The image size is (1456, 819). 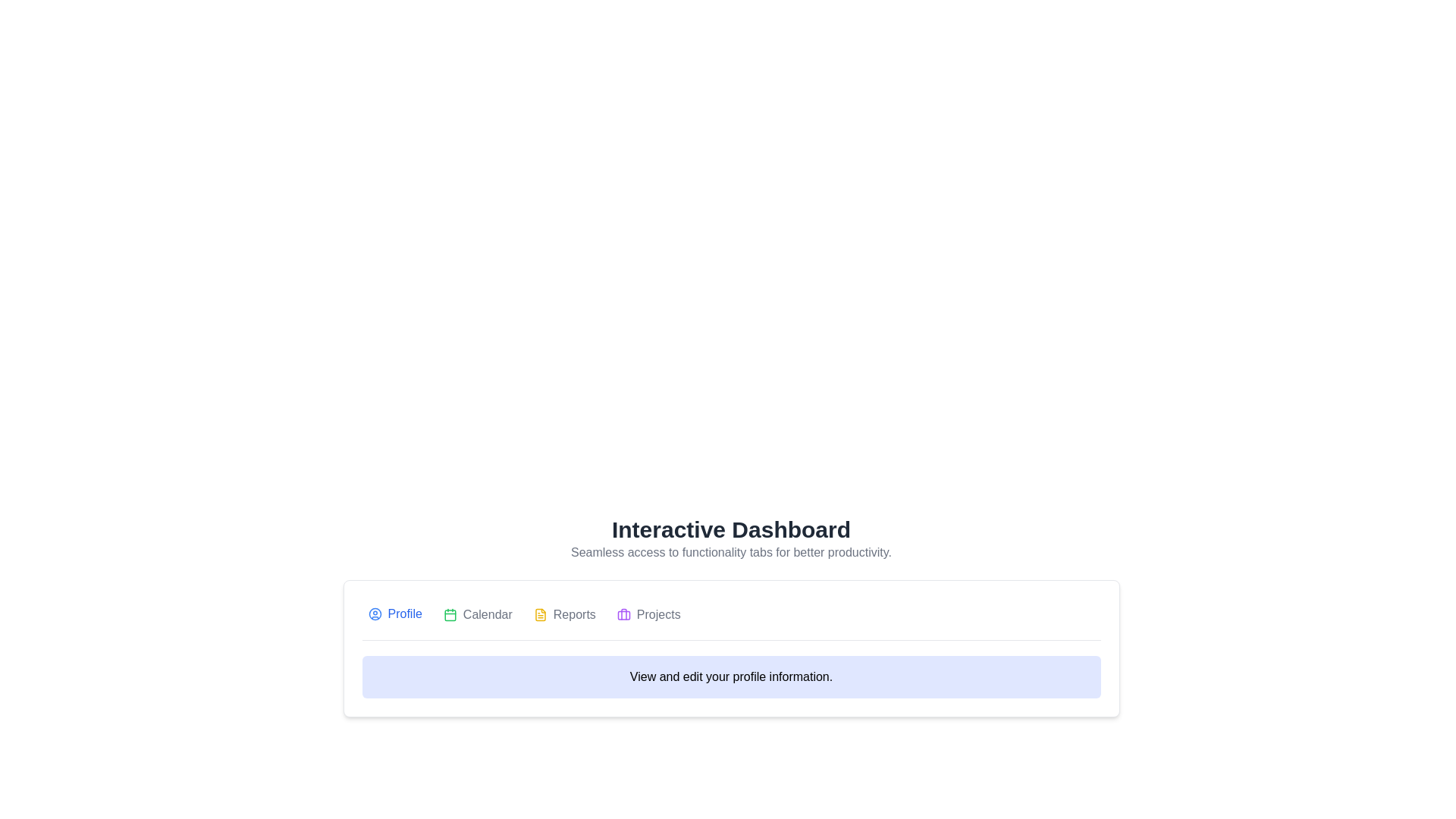 What do you see at coordinates (648, 614) in the screenshot?
I see `the 'Projects' tab in the navigation menu, which is styled with a purple briefcase icon and is the fourth item in the horizontal layout` at bounding box center [648, 614].